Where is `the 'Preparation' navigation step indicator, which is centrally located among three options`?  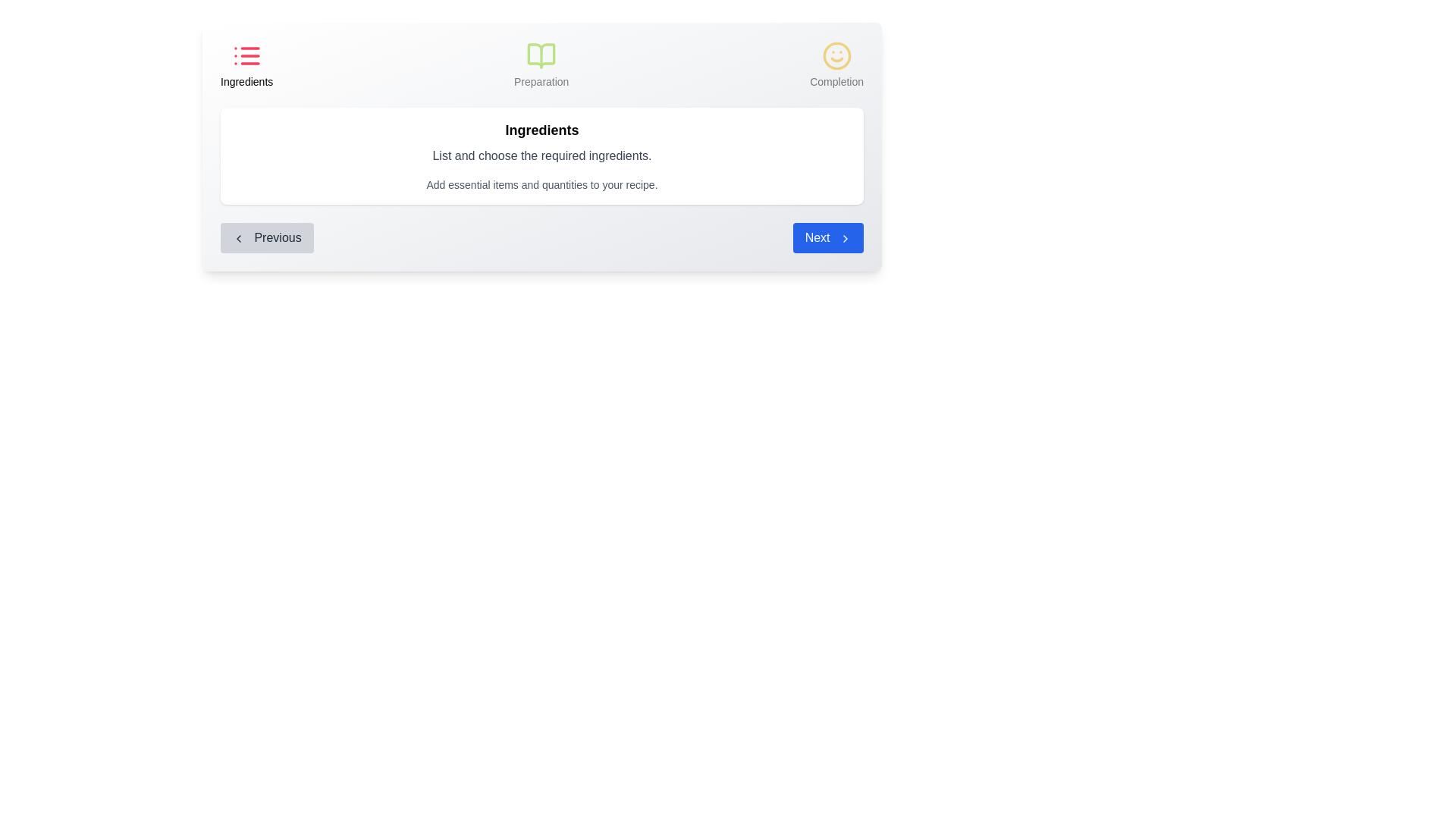 the 'Preparation' navigation step indicator, which is centrally located among three options is located at coordinates (541, 64).